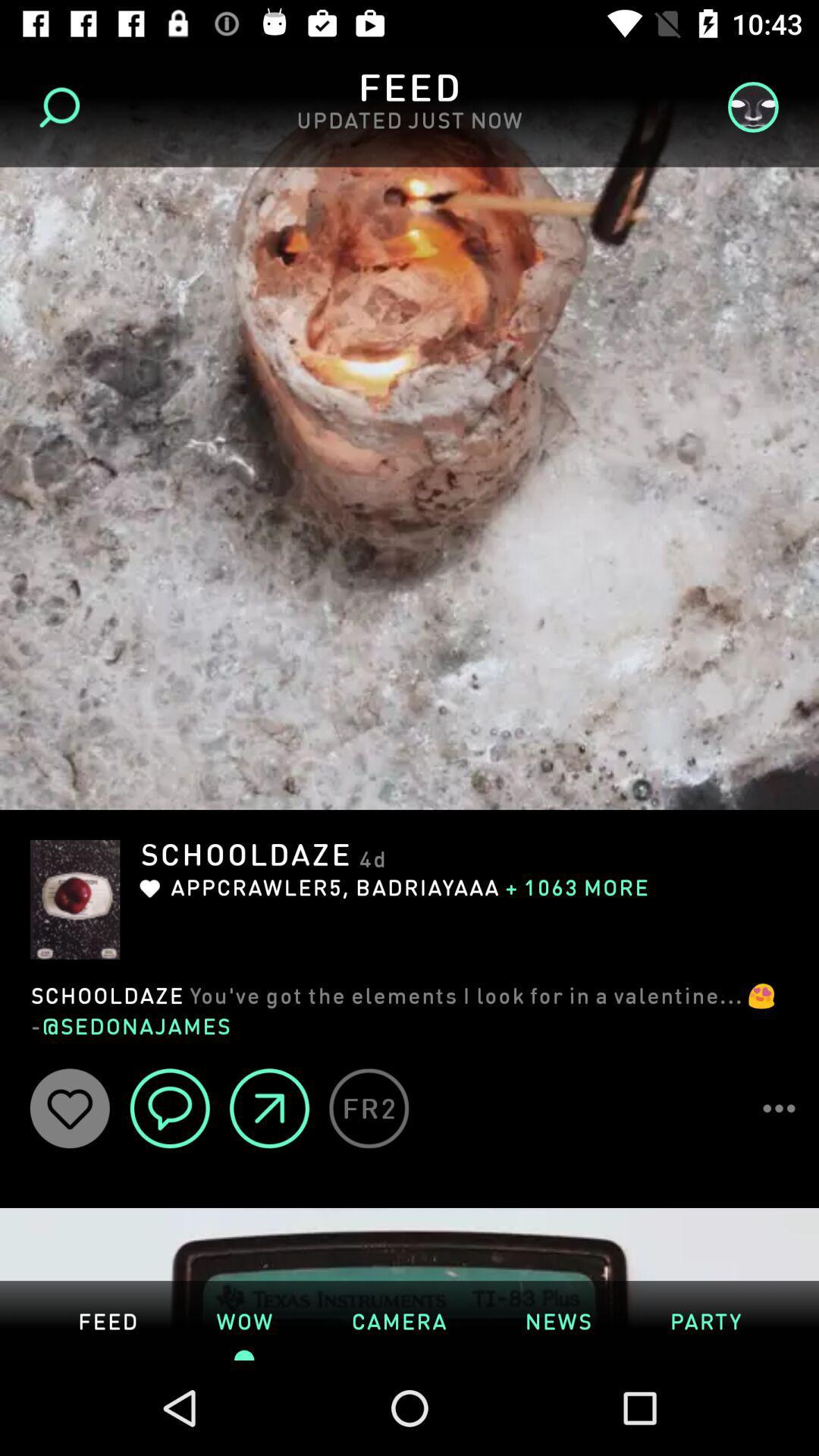 The image size is (819, 1456). What do you see at coordinates (70, 1108) in the screenshot?
I see `the heart icon` at bounding box center [70, 1108].